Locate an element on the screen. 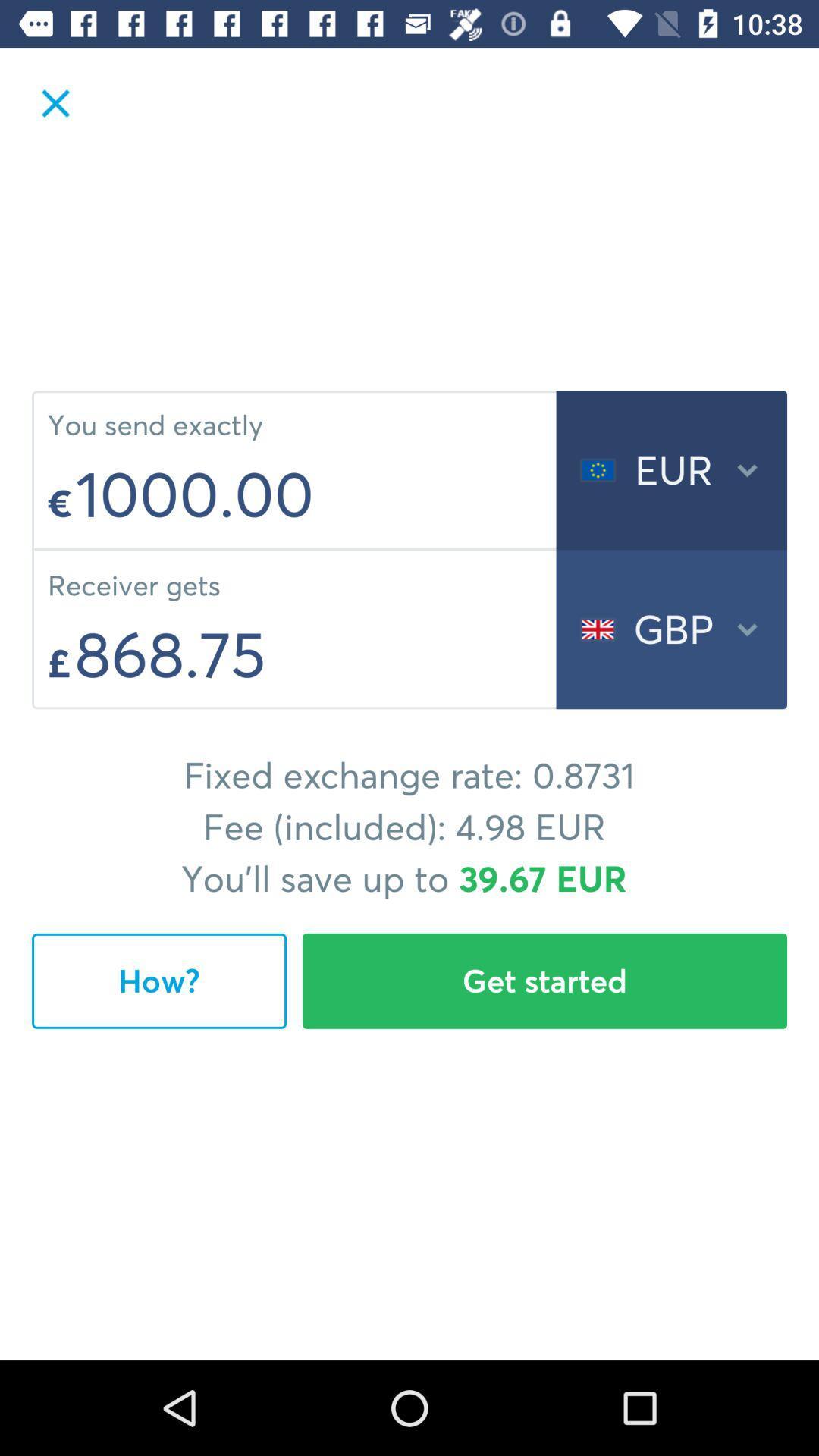 This screenshot has height=1456, width=819. icon at the bottom left corner is located at coordinates (158, 981).